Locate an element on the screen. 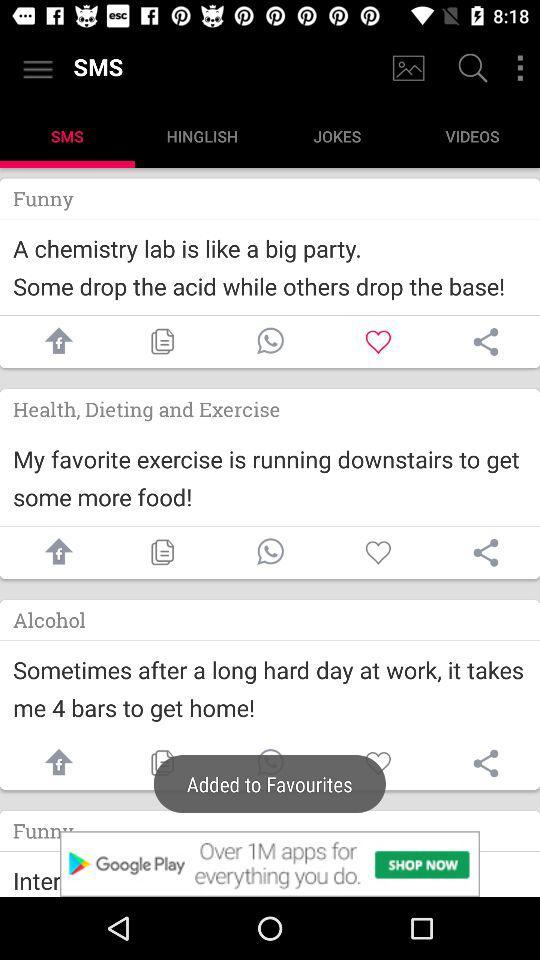 This screenshot has width=540, height=960. settings is located at coordinates (520, 68).